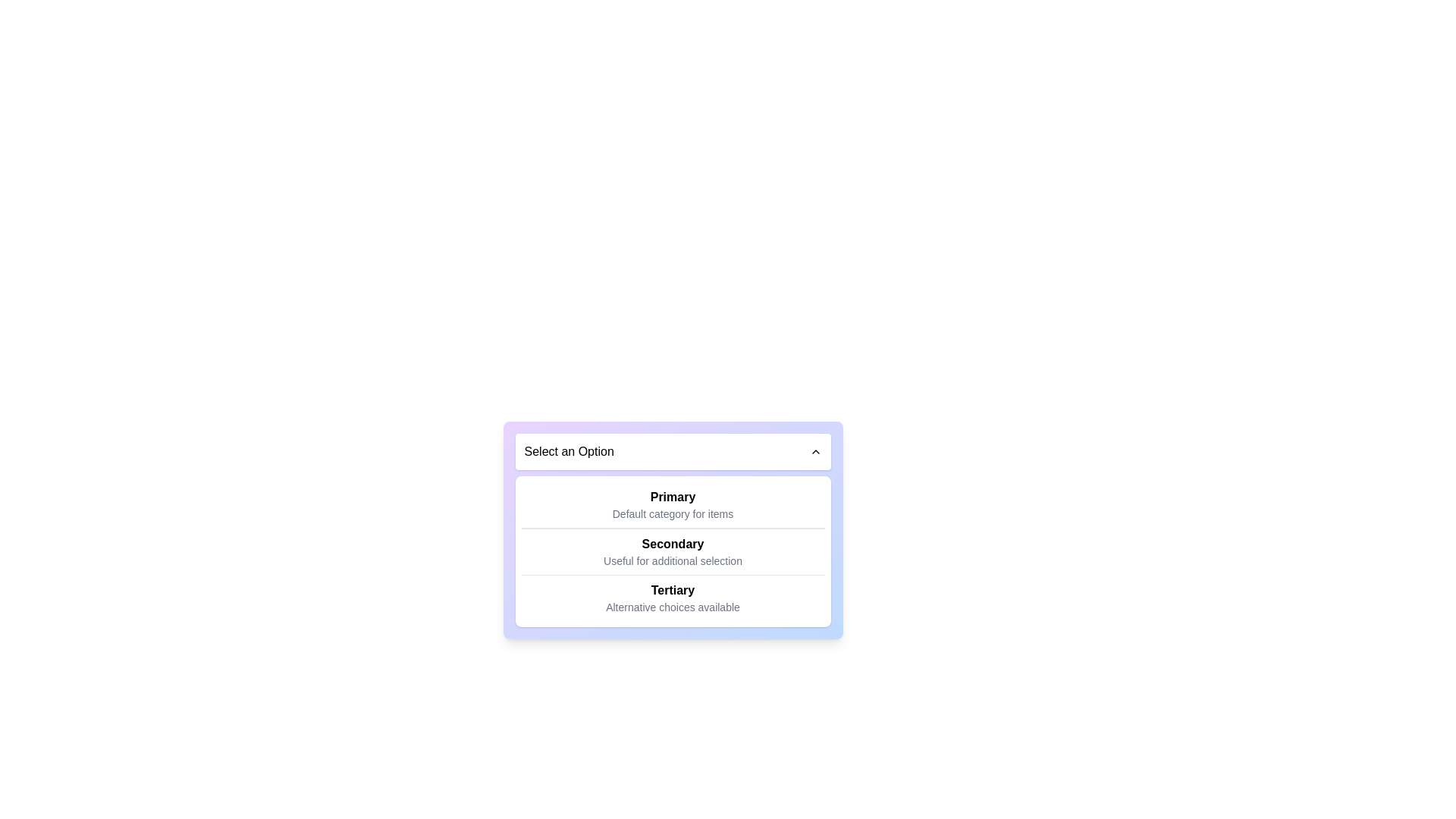 This screenshot has height=819, width=1456. I want to click on the dropdown selector labeled 'Select an Option', so click(672, 451).